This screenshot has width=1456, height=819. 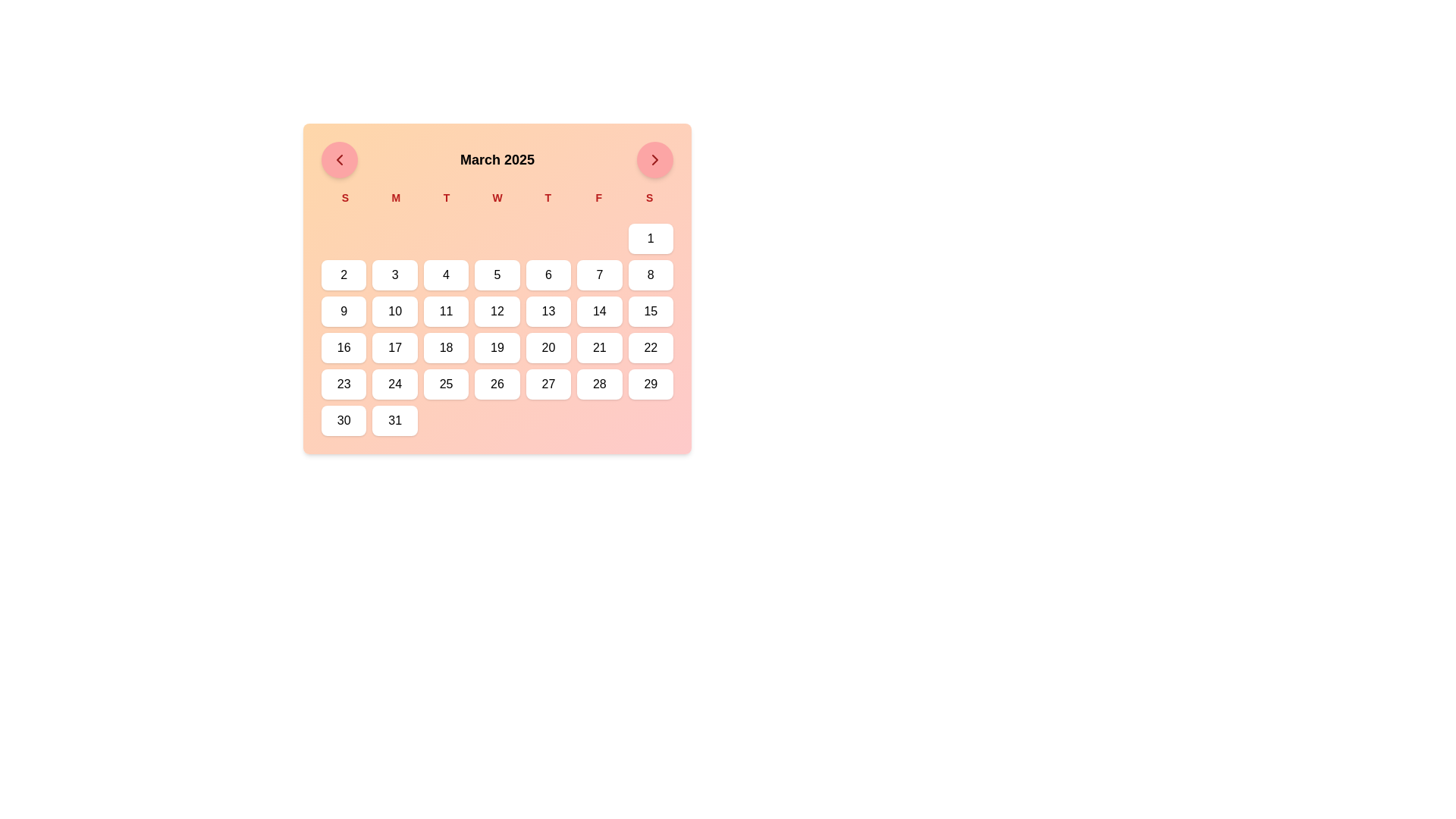 I want to click on the button representing the first day of the displayed month in the calendar, located at the rightmost end of the top row of interactive date buttons, to trigger a hover effect, so click(x=651, y=239).